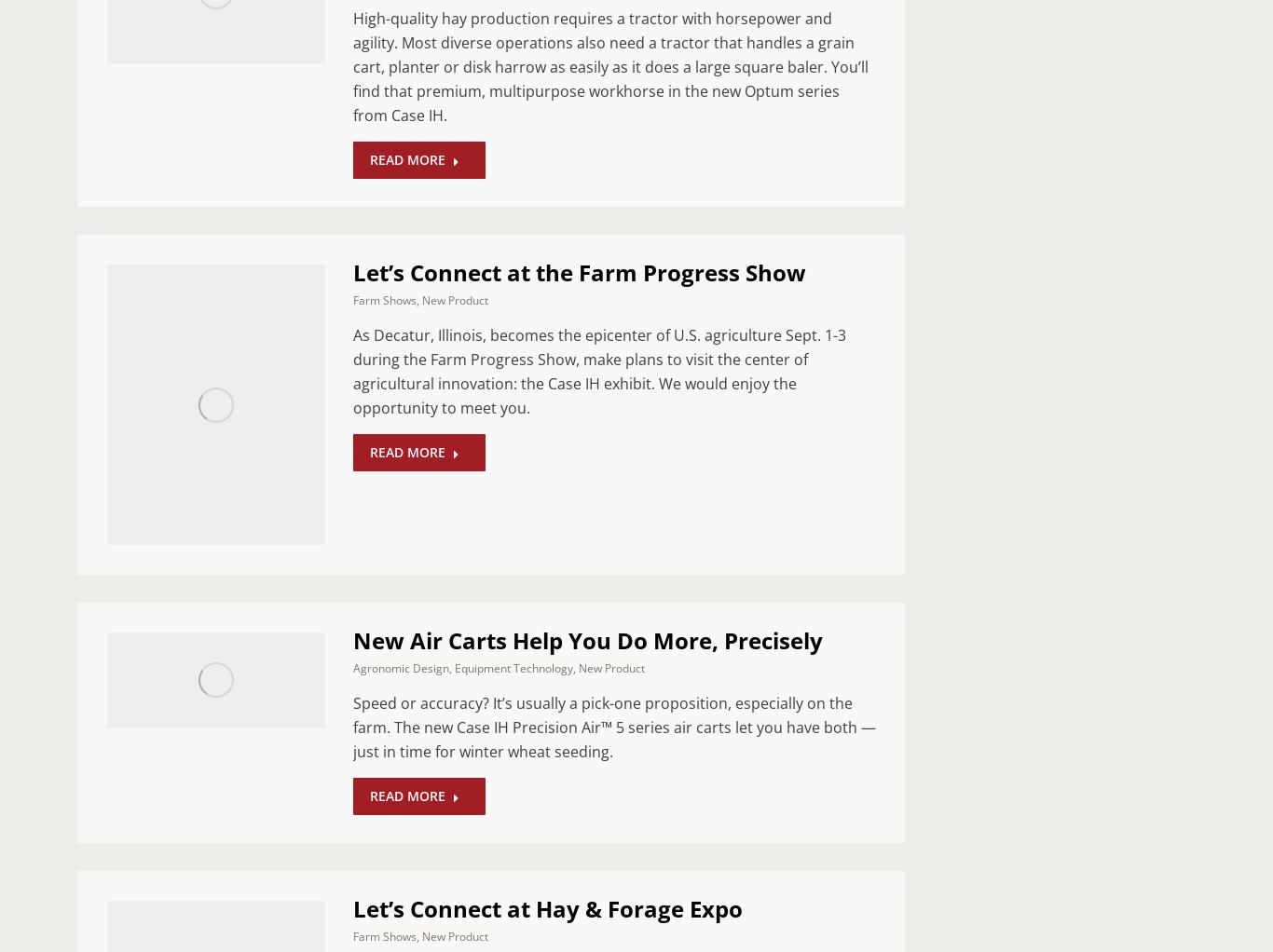  Describe the element at coordinates (400, 667) in the screenshot. I see `'Agronomic Design'` at that location.